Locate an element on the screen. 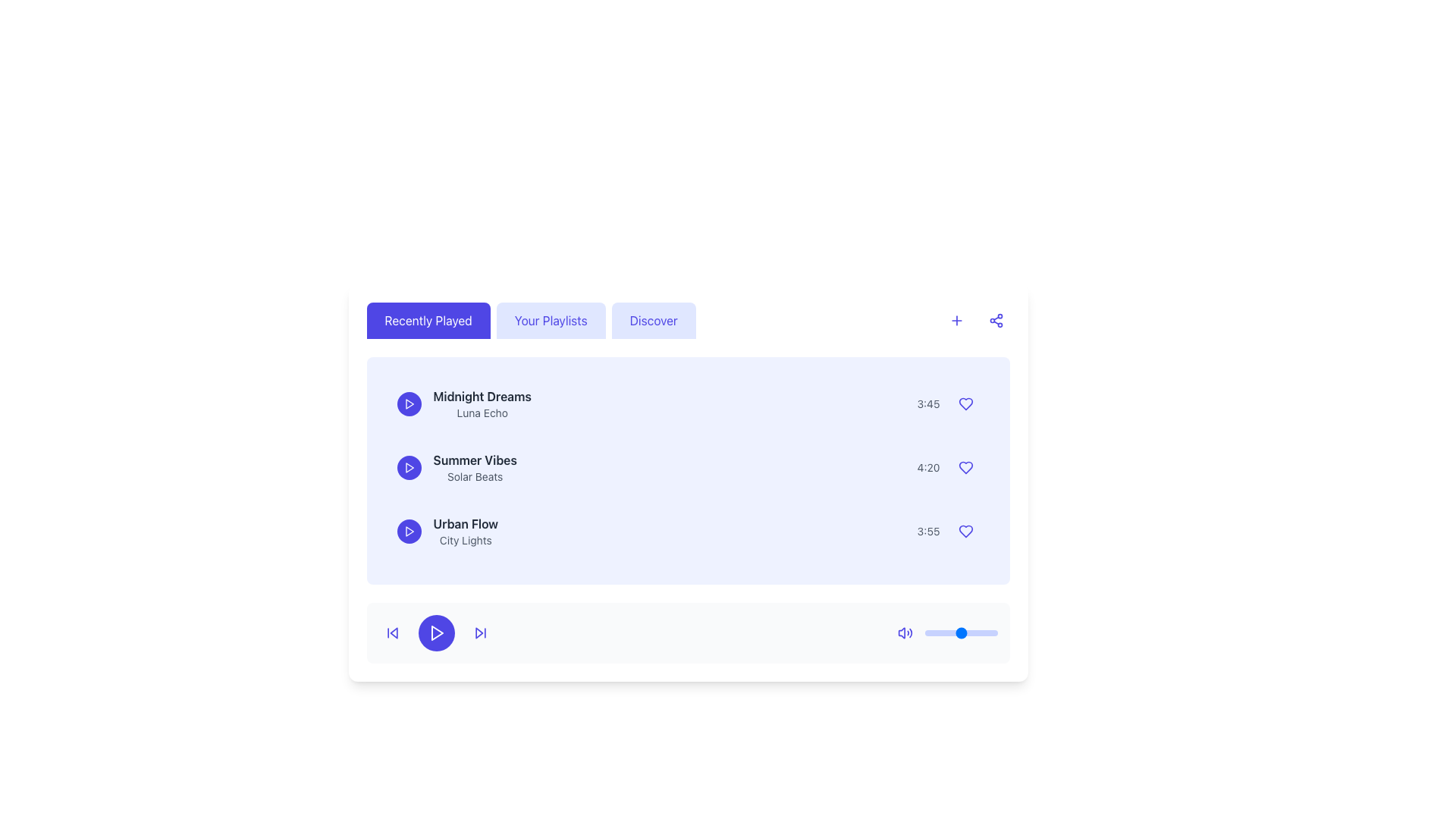  the circular play button with a vivid indigo blue background and white triangular play icon to observe the hover effect is located at coordinates (435, 632).